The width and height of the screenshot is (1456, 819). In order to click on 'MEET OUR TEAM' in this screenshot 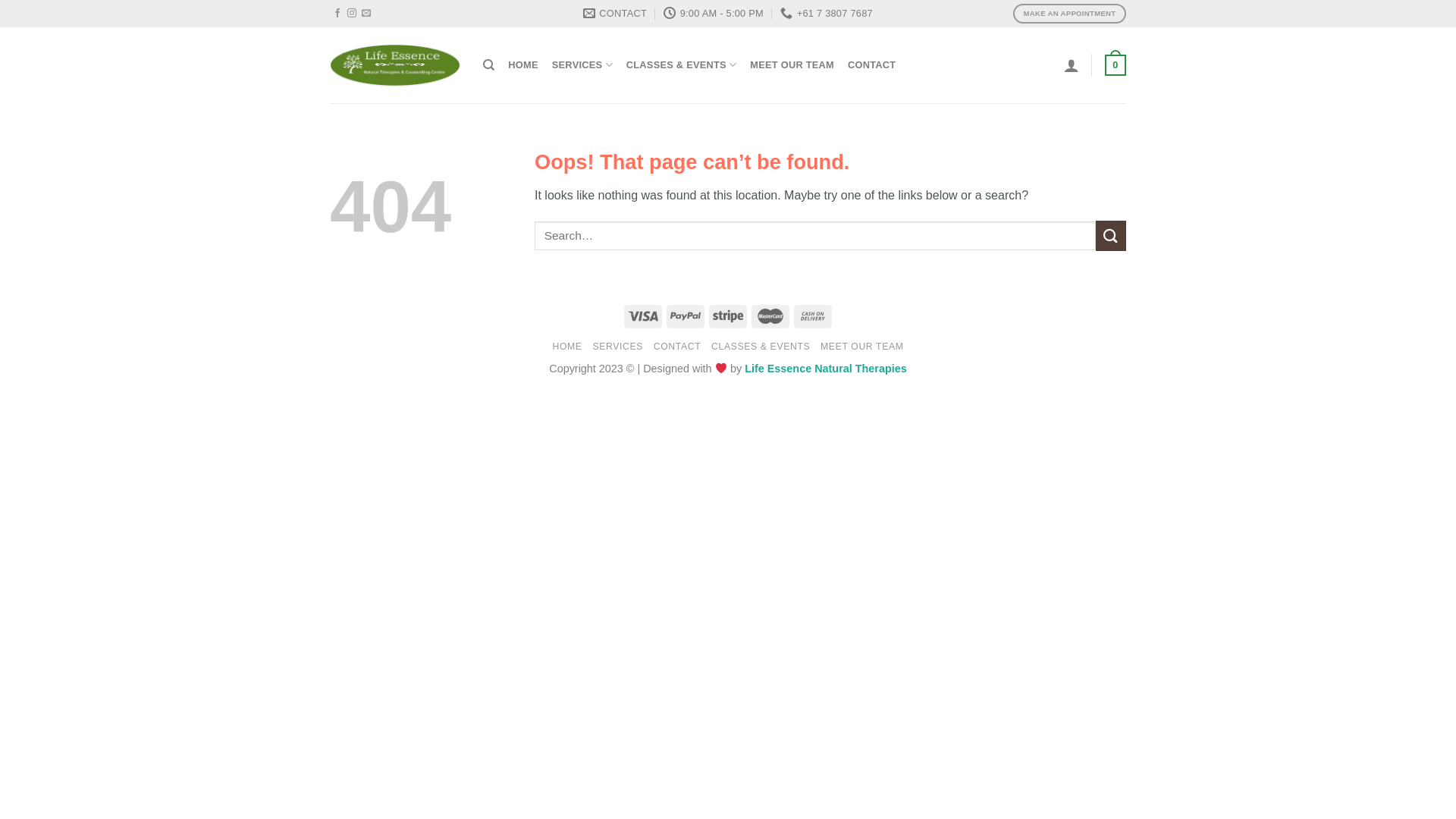, I will do `click(791, 64)`.